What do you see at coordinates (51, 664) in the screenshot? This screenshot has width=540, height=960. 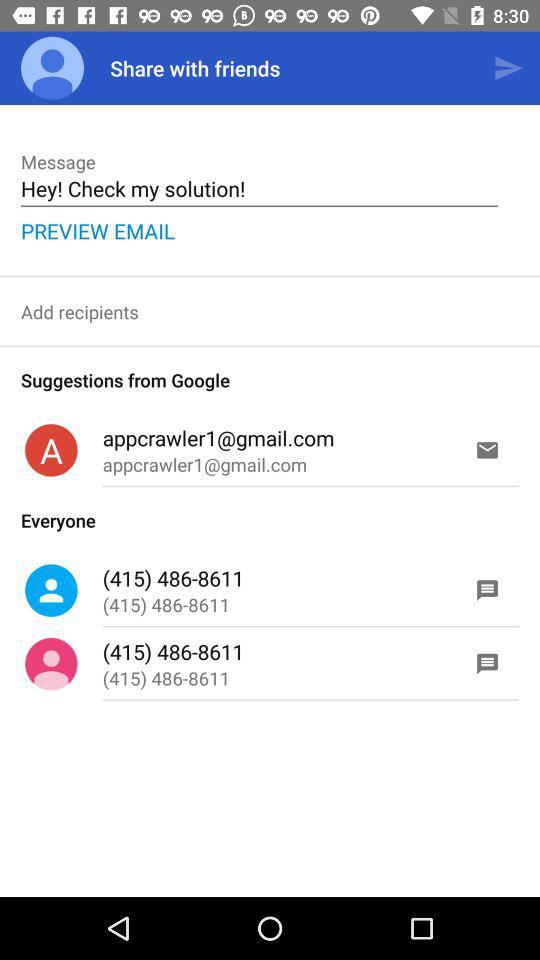 I see `the pink icon which is beside 415 4868611 at bottom of the page` at bounding box center [51, 664].